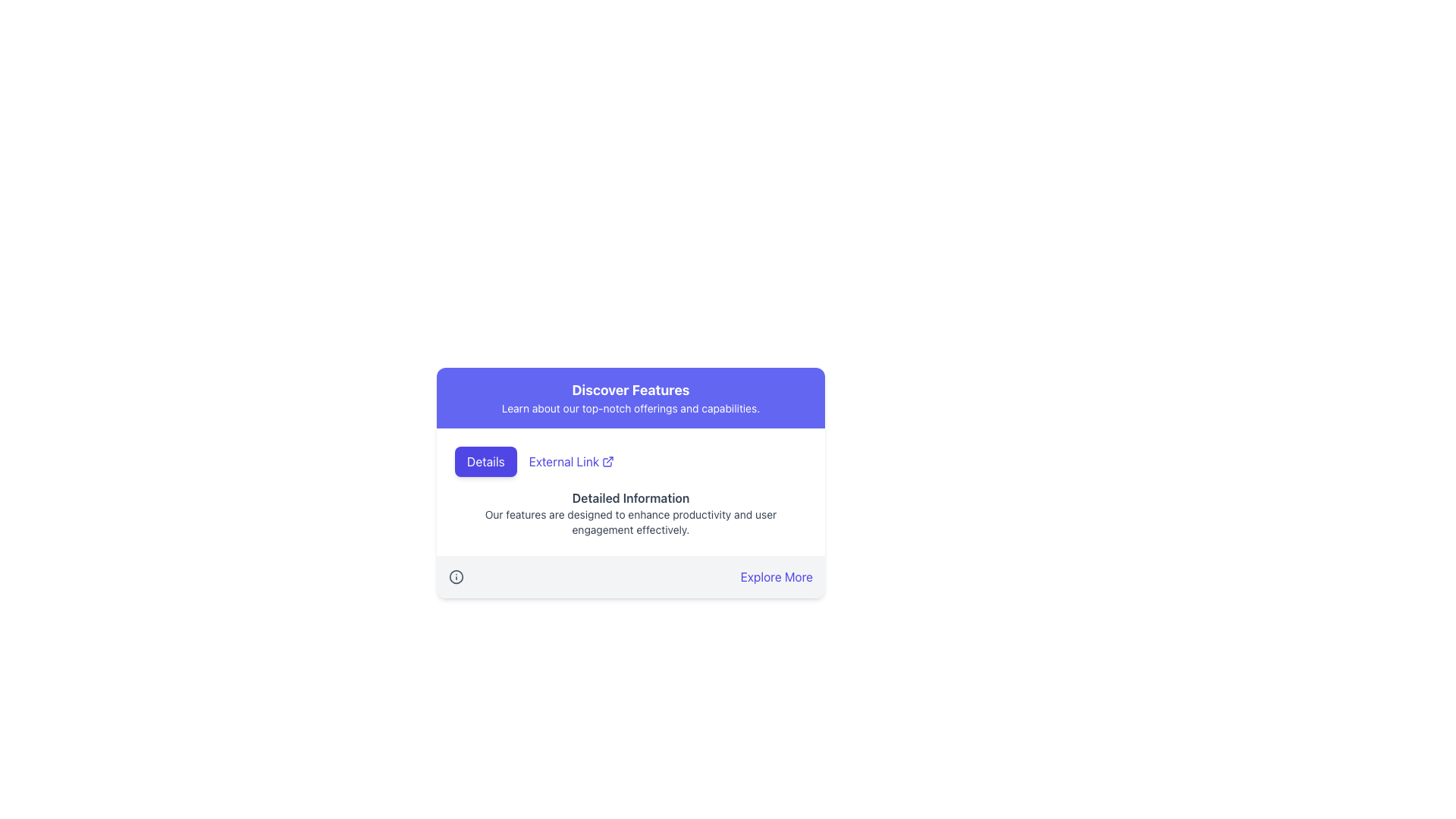 The image size is (1456, 819). What do you see at coordinates (630, 576) in the screenshot?
I see `the 'Explore More' hyperlink located at the bottom section of a card component` at bounding box center [630, 576].